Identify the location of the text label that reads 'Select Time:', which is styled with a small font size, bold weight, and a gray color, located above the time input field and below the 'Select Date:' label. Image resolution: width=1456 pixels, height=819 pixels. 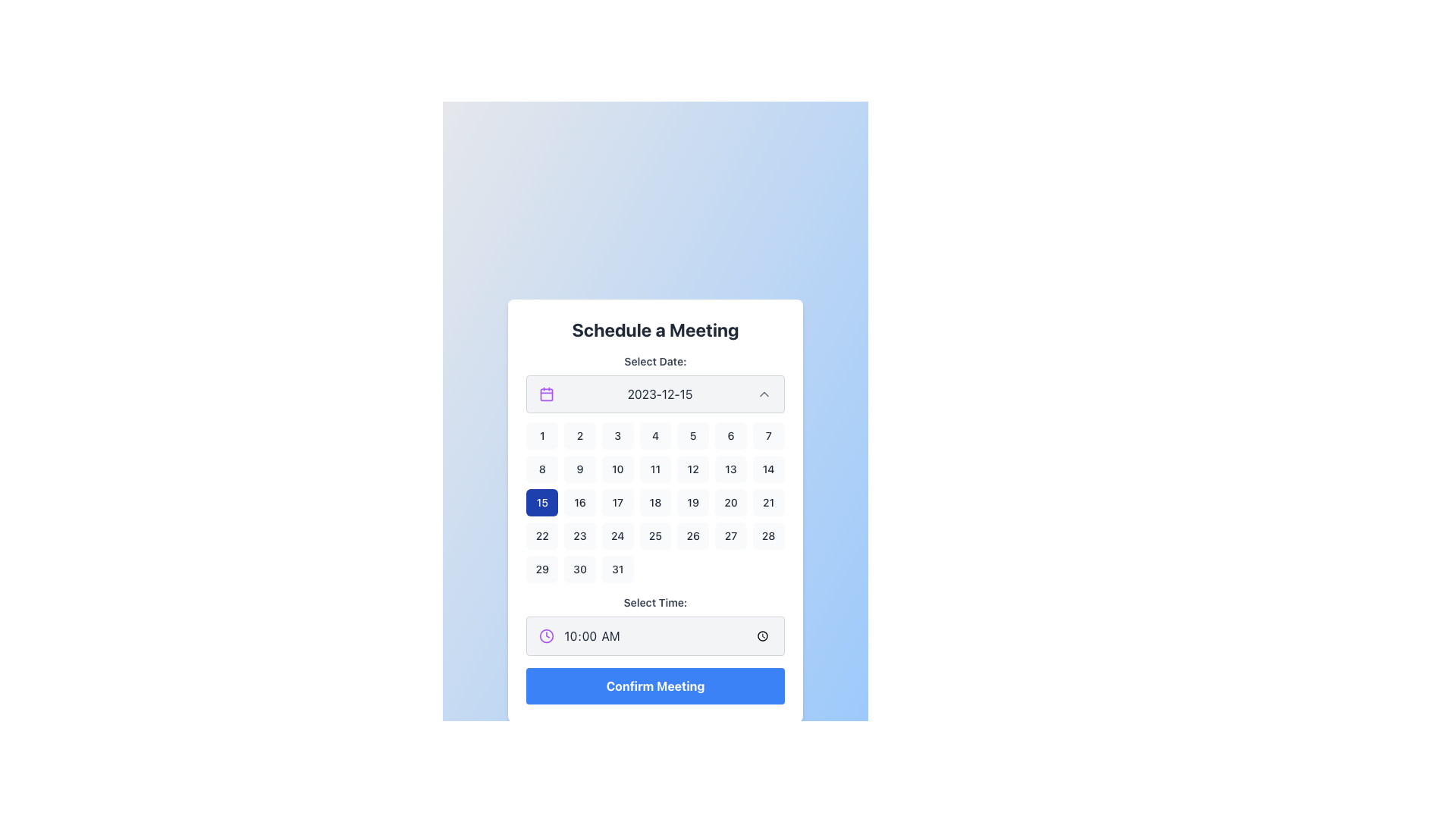
(655, 601).